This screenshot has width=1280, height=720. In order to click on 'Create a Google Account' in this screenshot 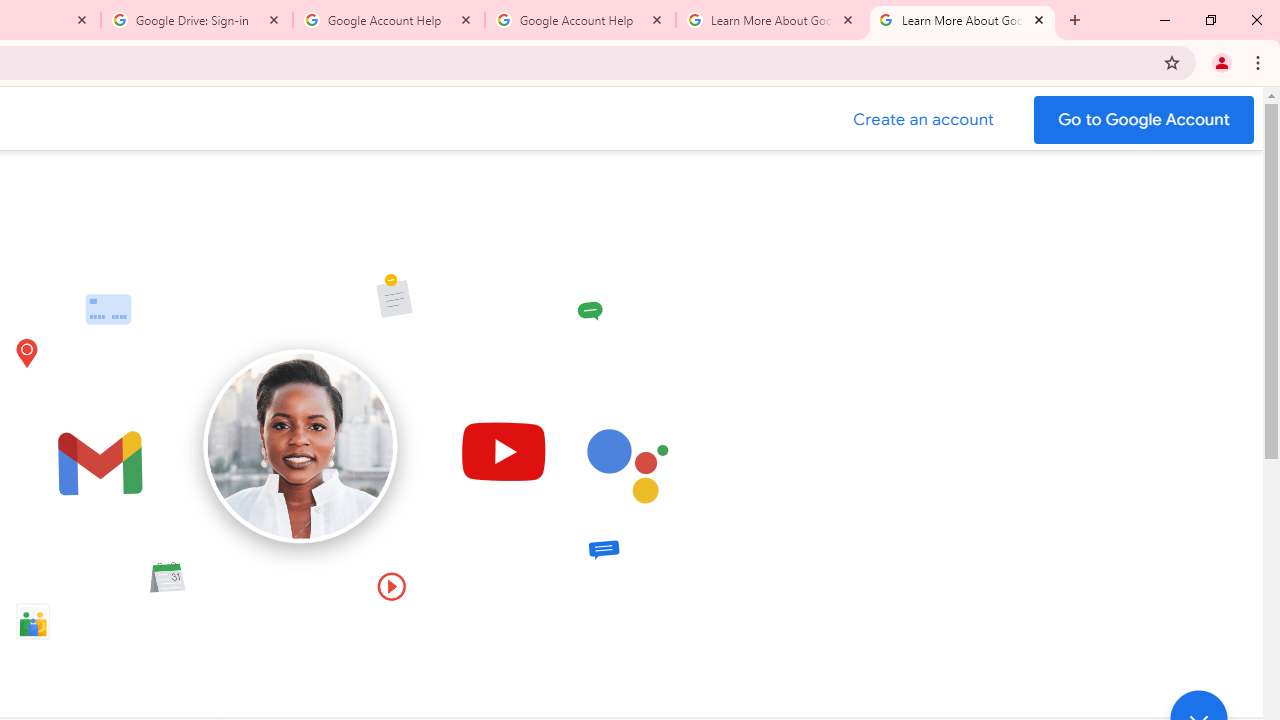, I will do `click(923, 119)`.